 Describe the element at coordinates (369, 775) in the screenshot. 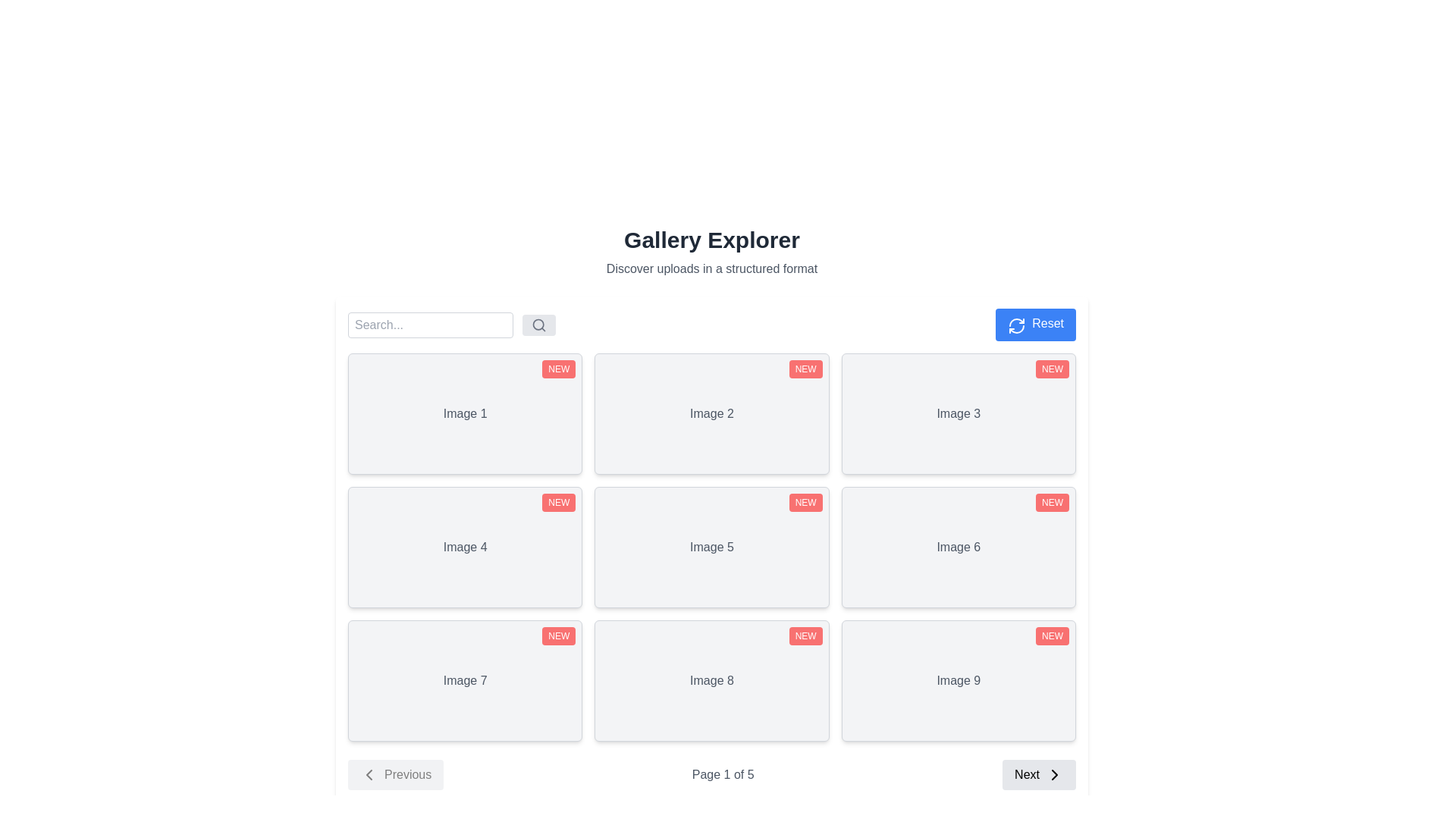

I see `the leftward arrow icon on the 'Previous' button, which has a light gray background and is located at the bottom left of the interface` at that location.